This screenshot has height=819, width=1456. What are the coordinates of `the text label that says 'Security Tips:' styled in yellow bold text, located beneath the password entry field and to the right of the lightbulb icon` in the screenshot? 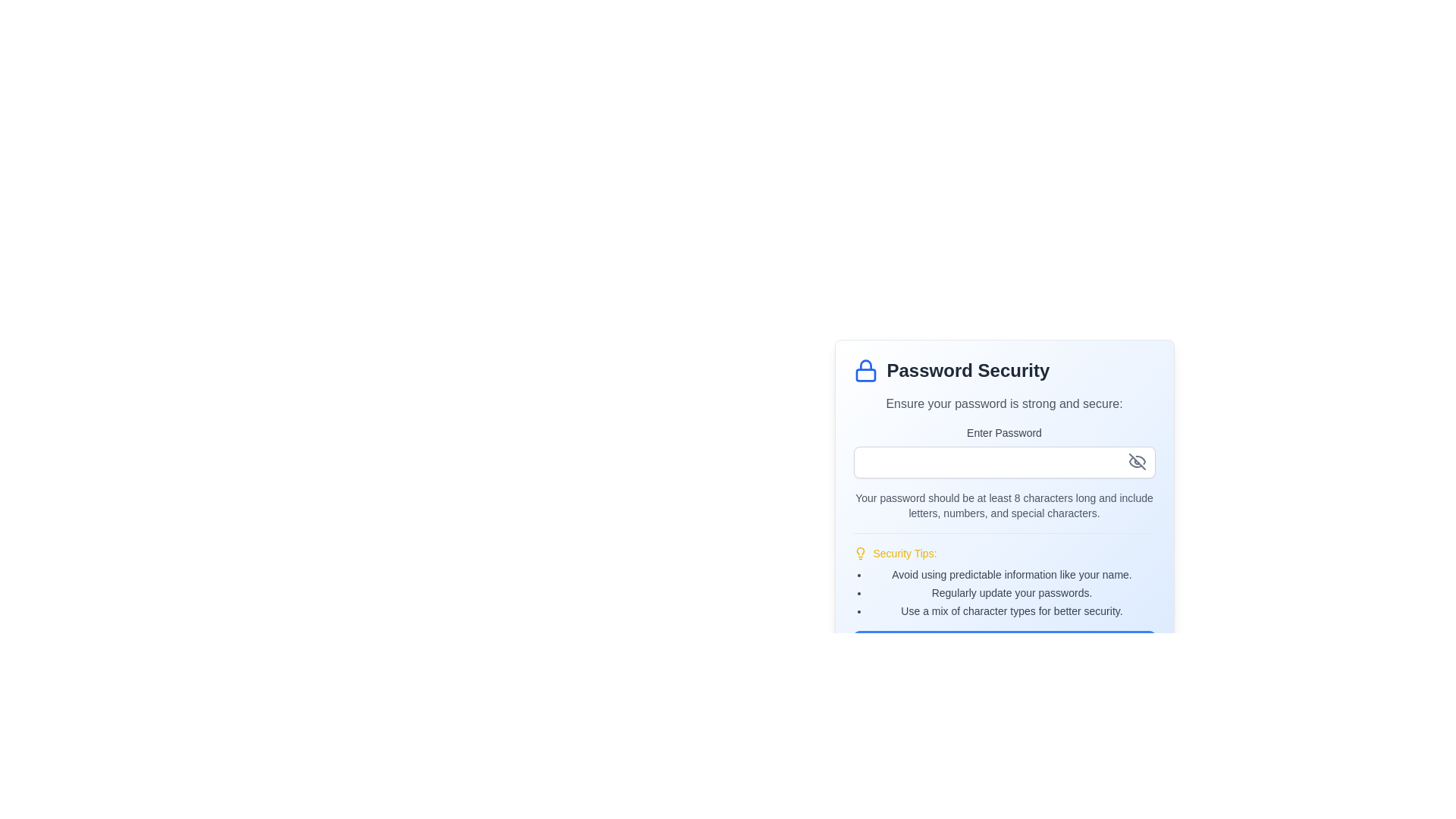 It's located at (905, 553).